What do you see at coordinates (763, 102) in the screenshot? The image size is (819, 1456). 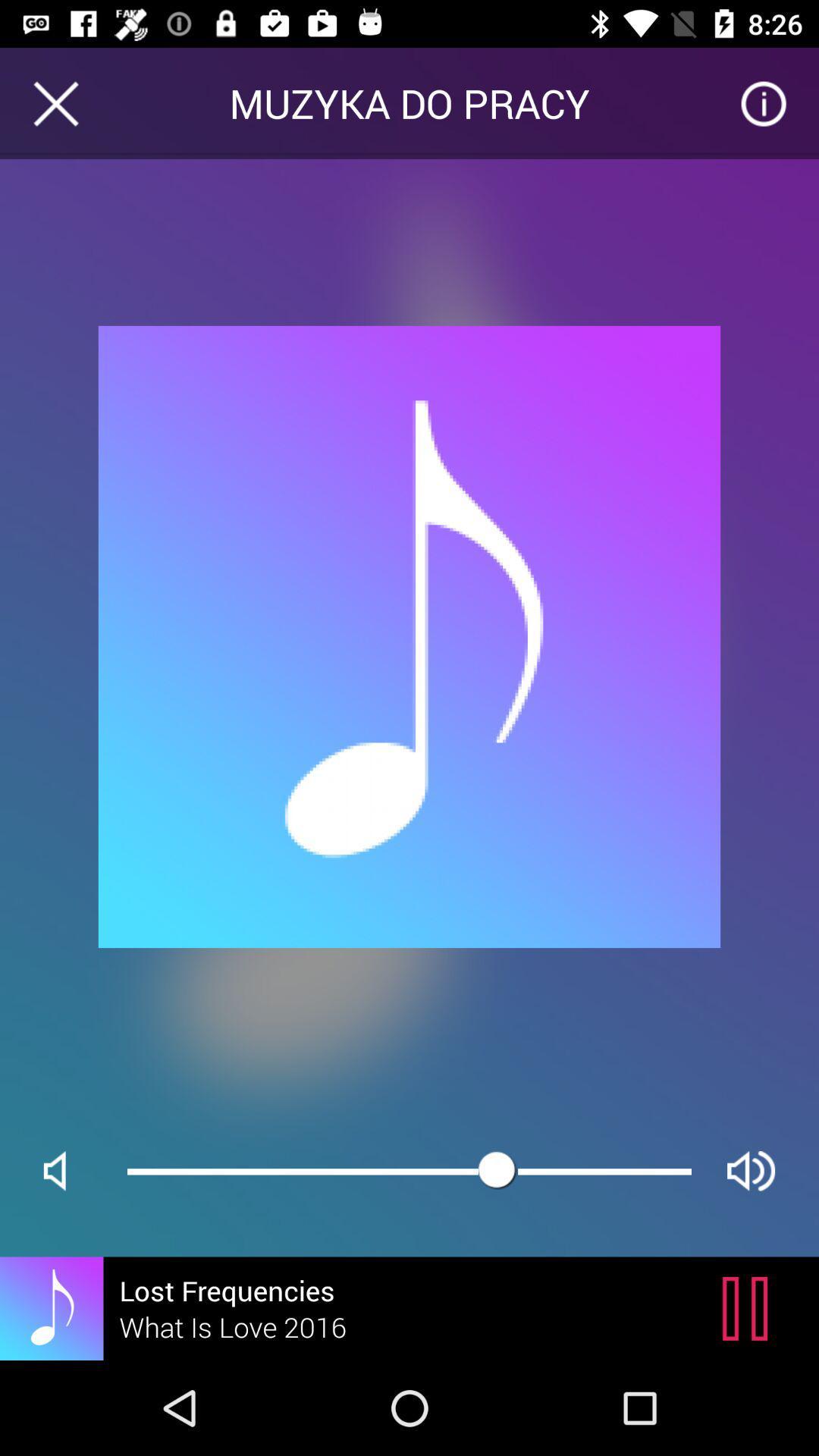 I see `item at the top right corner` at bounding box center [763, 102].